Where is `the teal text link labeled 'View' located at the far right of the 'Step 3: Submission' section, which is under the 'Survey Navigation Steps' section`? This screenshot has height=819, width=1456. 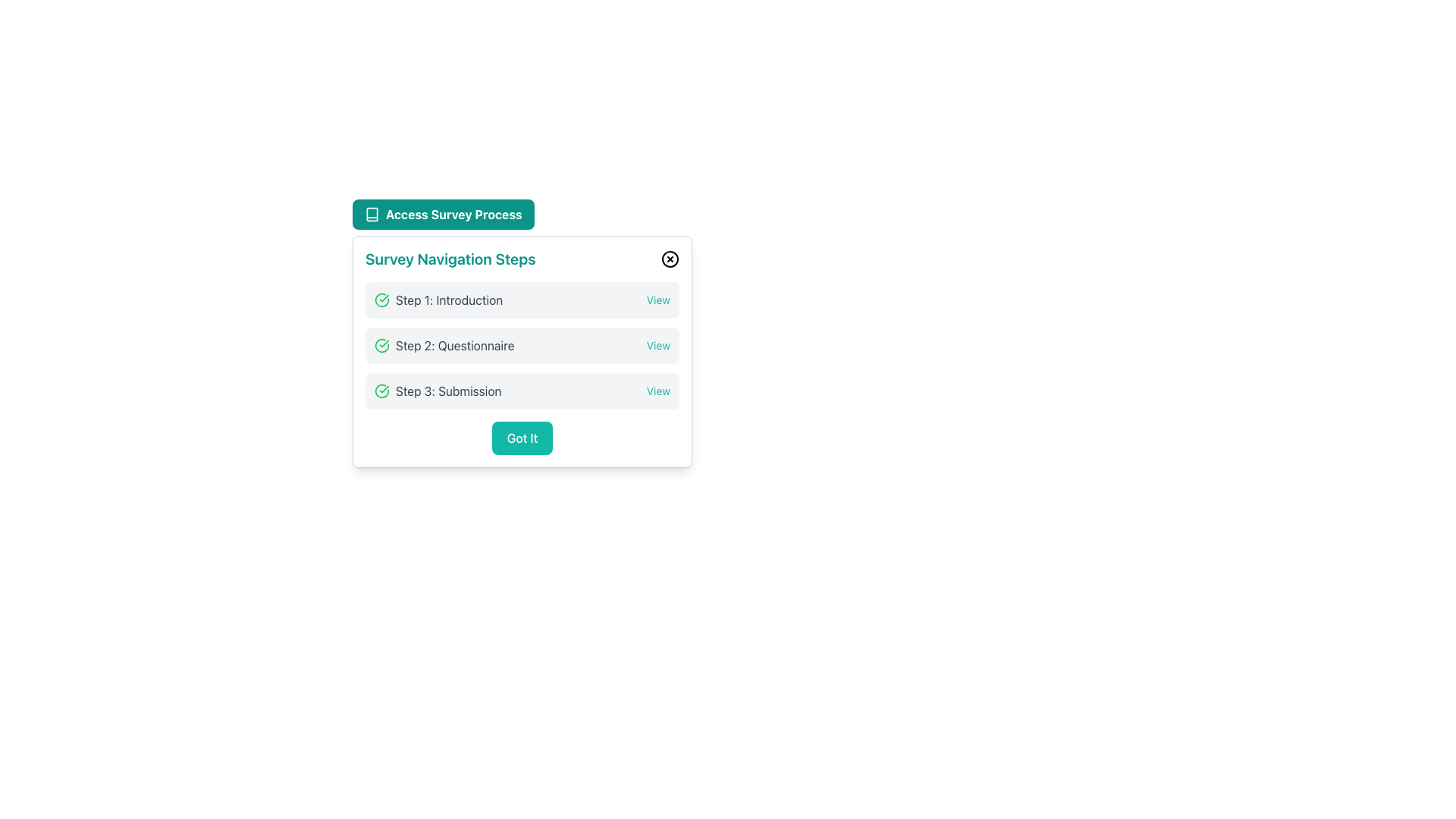 the teal text link labeled 'View' located at the far right of the 'Step 3: Submission' section, which is under the 'Survey Navigation Steps' section is located at coordinates (658, 391).